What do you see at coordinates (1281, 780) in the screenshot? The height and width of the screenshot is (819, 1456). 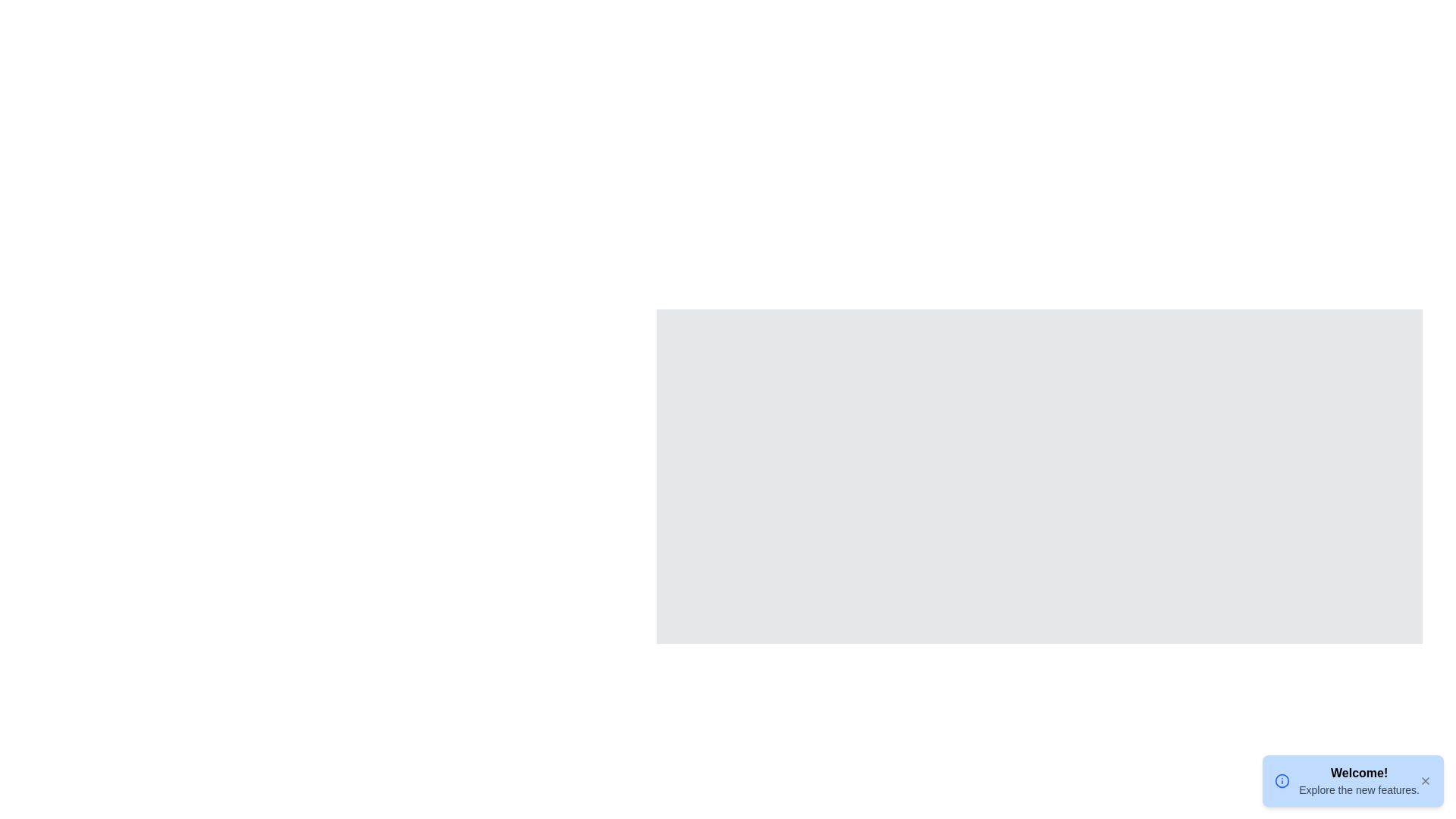 I see `the prominent circular icon with a thin blue border and a central dot, located on the left side of the 'Welcome!' notification panel` at bounding box center [1281, 780].